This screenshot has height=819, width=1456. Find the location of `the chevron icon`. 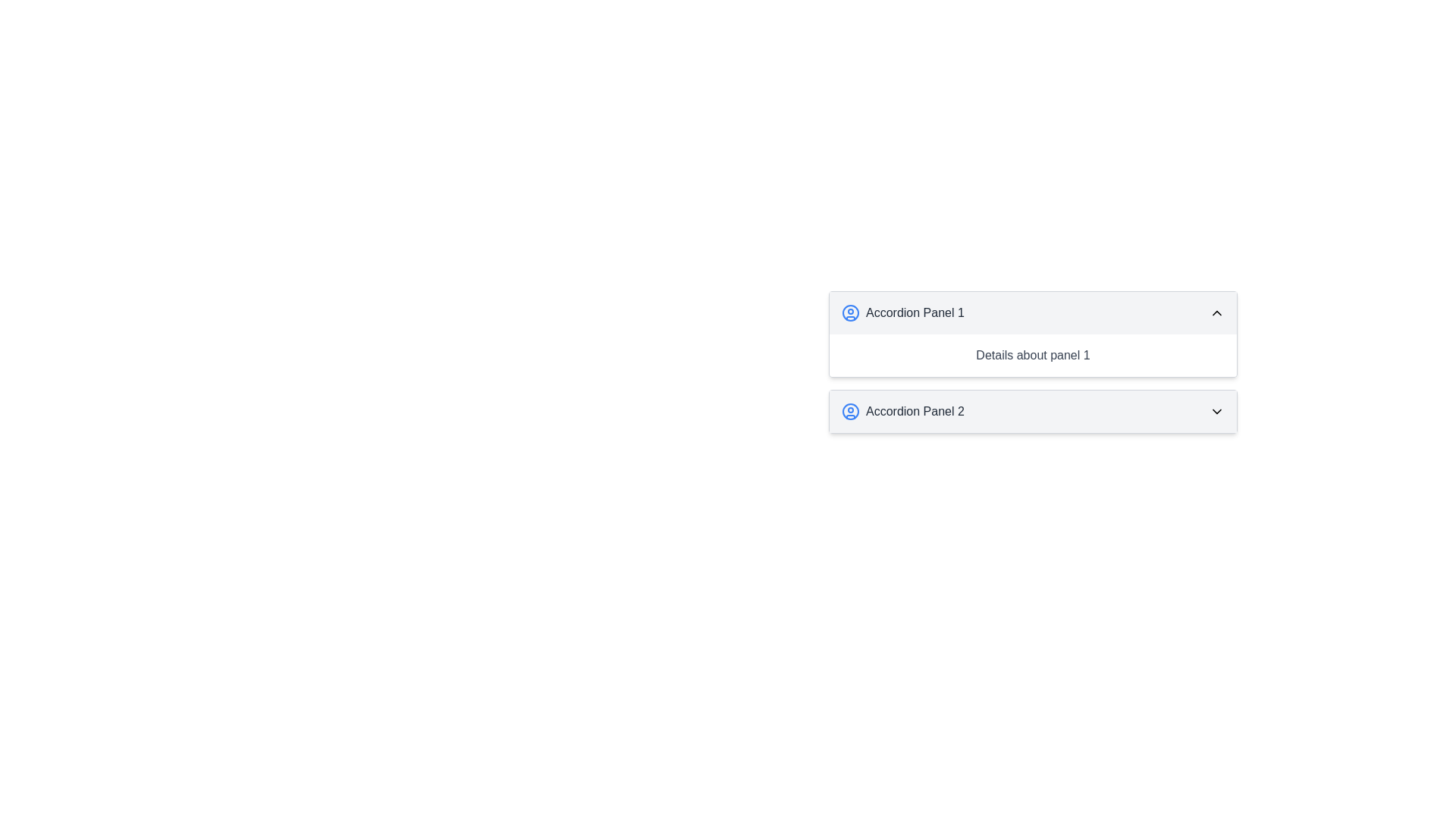

the chevron icon is located at coordinates (1216, 412).